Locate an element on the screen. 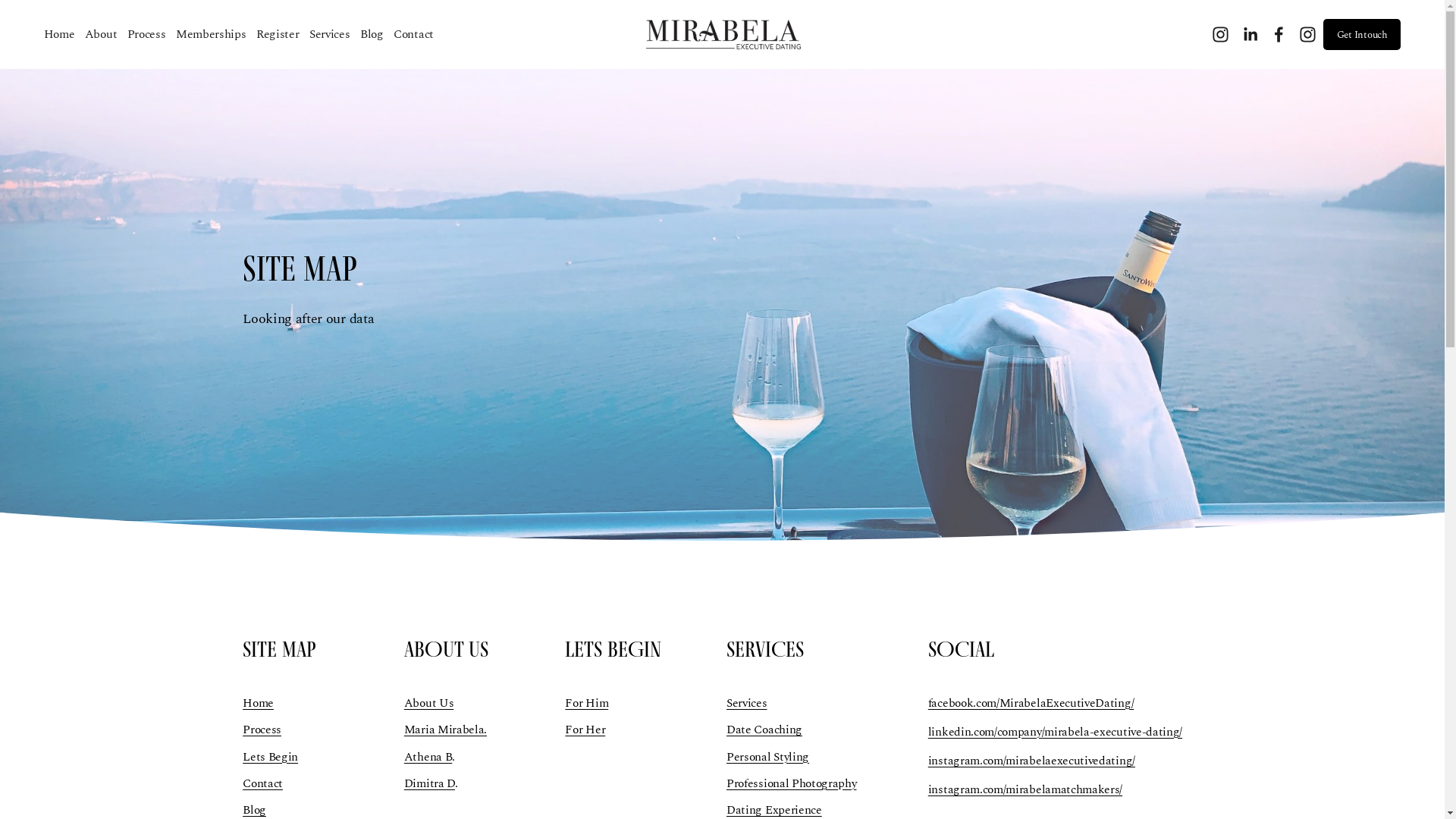 The height and width of the screenshot is (819, 1456). 'Personal Styling' is located at coordinates (767, 757).